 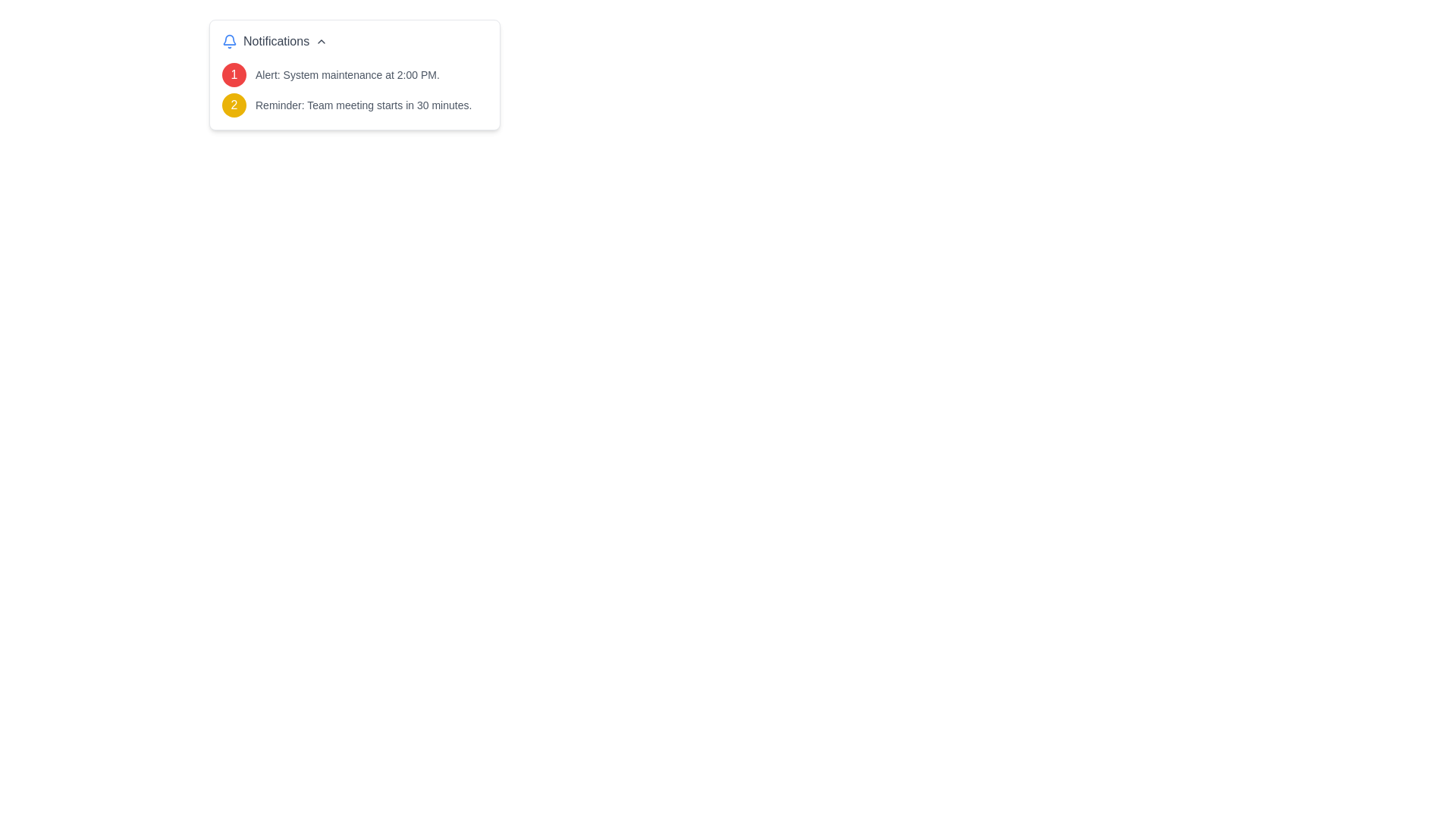 I want to click on the notification message displaying a red circular icon with the number '1' and the text 'Alert: System maintenance at 2:00 PM.', so click(x=353, y=75).